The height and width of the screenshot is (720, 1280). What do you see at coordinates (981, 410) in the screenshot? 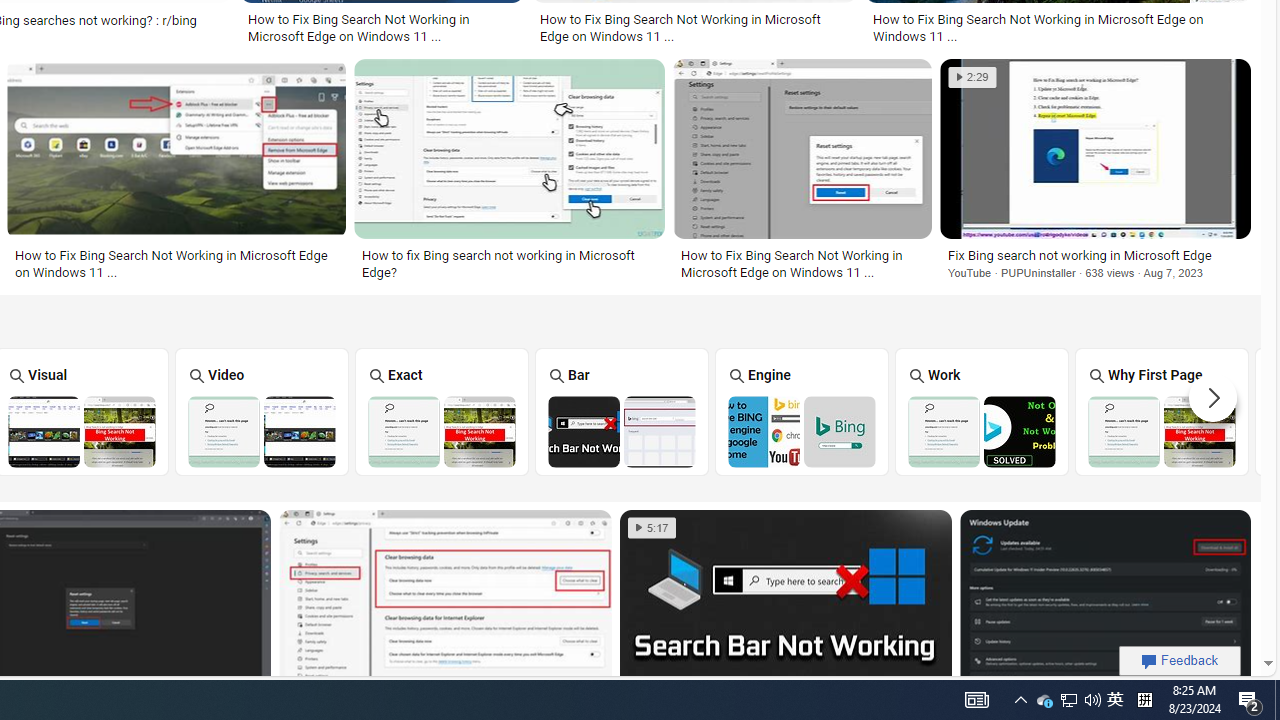
I see `'Bing Work Search Not Working Work'` at bounding box center [981, 410].